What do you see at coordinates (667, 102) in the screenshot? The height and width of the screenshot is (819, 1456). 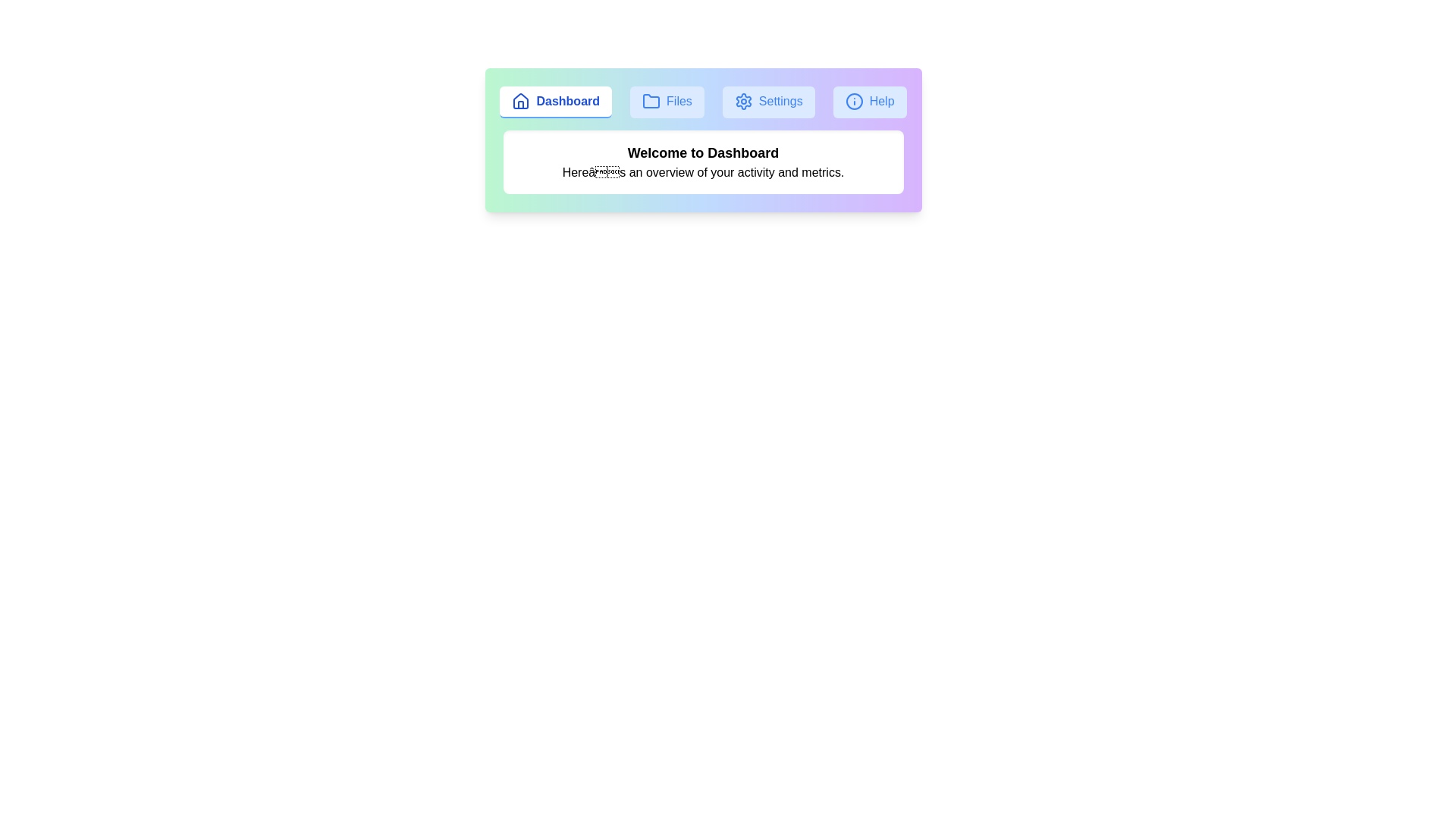 I see `the Files tab` at bounding box center [667, 102].